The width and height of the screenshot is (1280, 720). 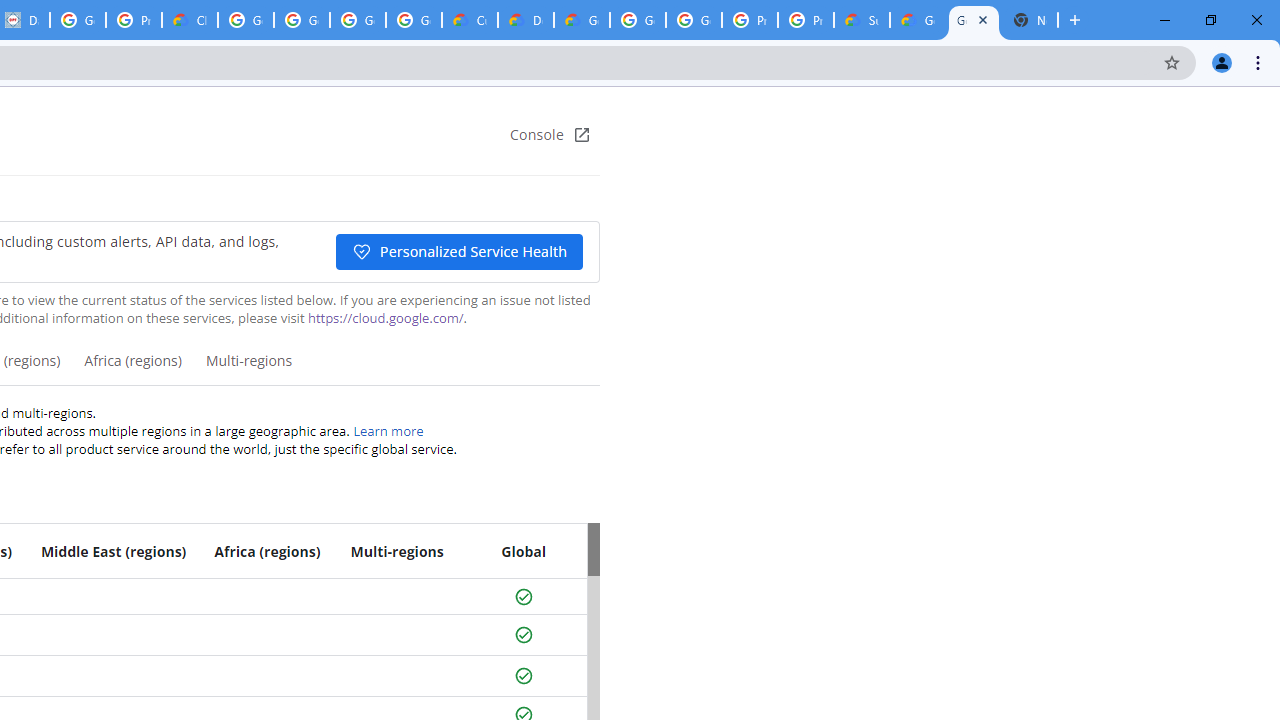 I want to click on 'Support Hub | Google Cloud', so click(x=862, y=20).